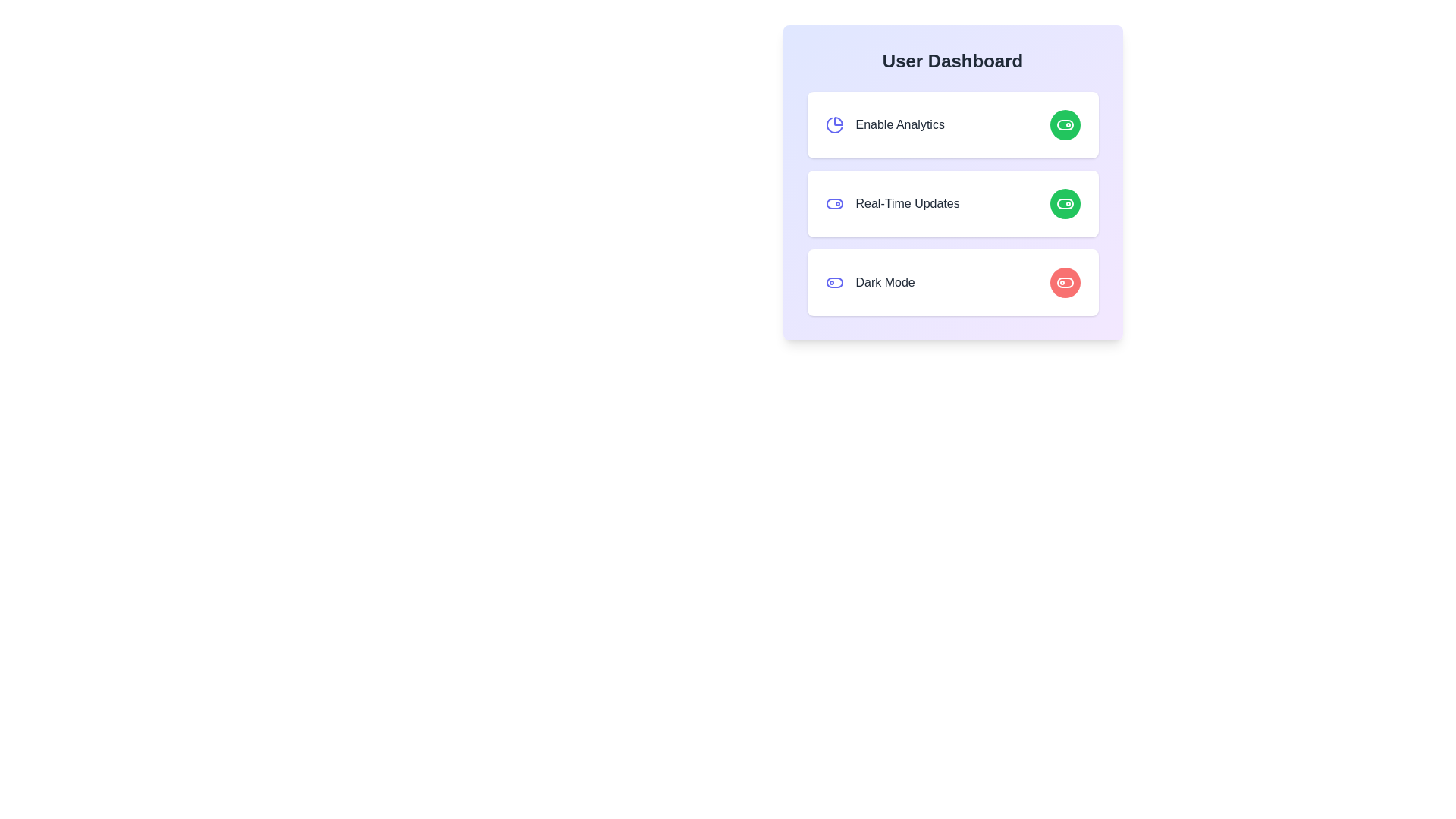 The width and height of the screenshot is (1456, 819). What do you see at coordinates (885, 124) in the screenshot?
I see `the descriptive text label indicating the functionality of the analytics feature in the user dashboard, which is positioned at the top of a vertically stacked list of options` at bounding box center [885, 124].